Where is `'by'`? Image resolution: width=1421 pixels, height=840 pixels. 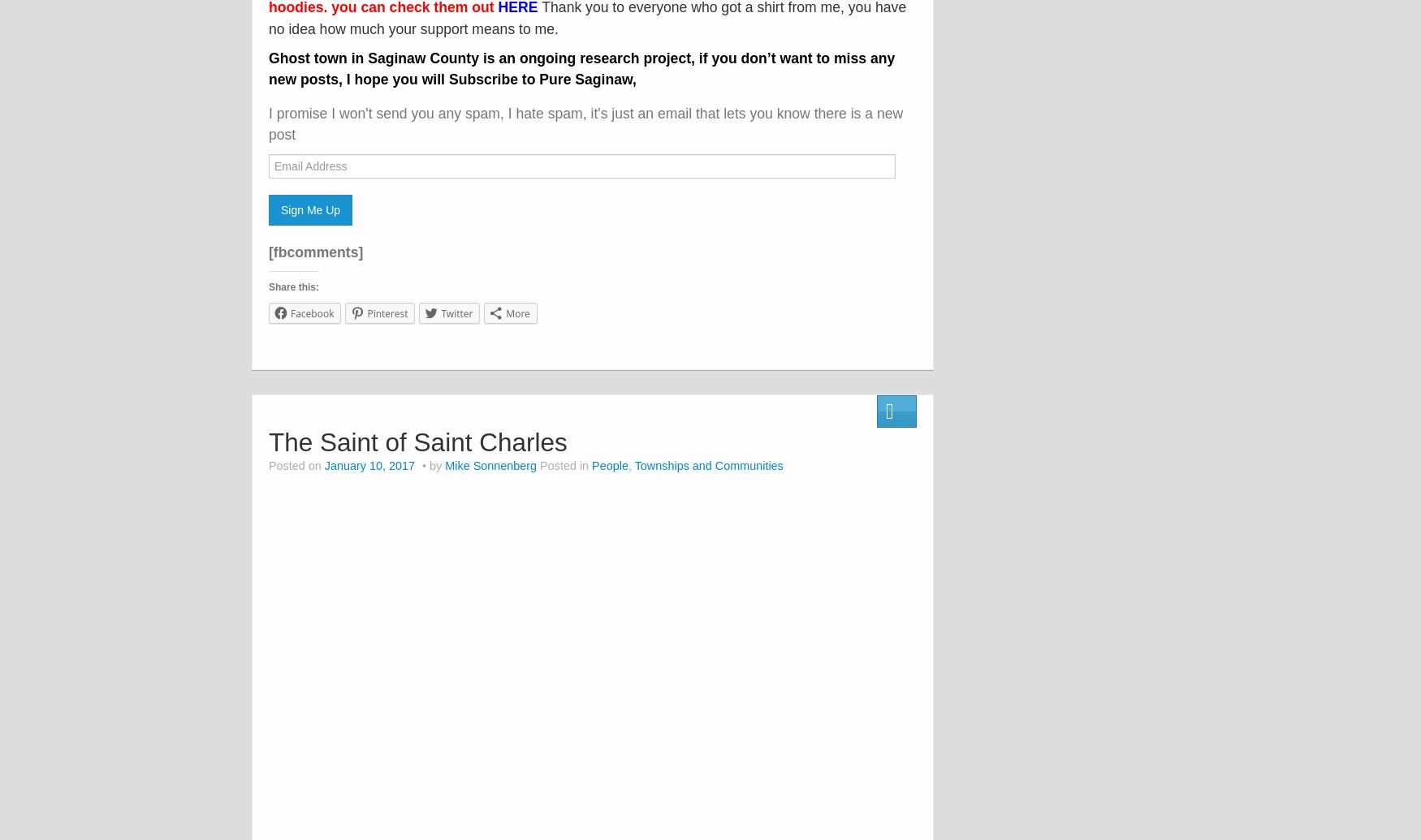
'by' is located at coordinates (434, 465).